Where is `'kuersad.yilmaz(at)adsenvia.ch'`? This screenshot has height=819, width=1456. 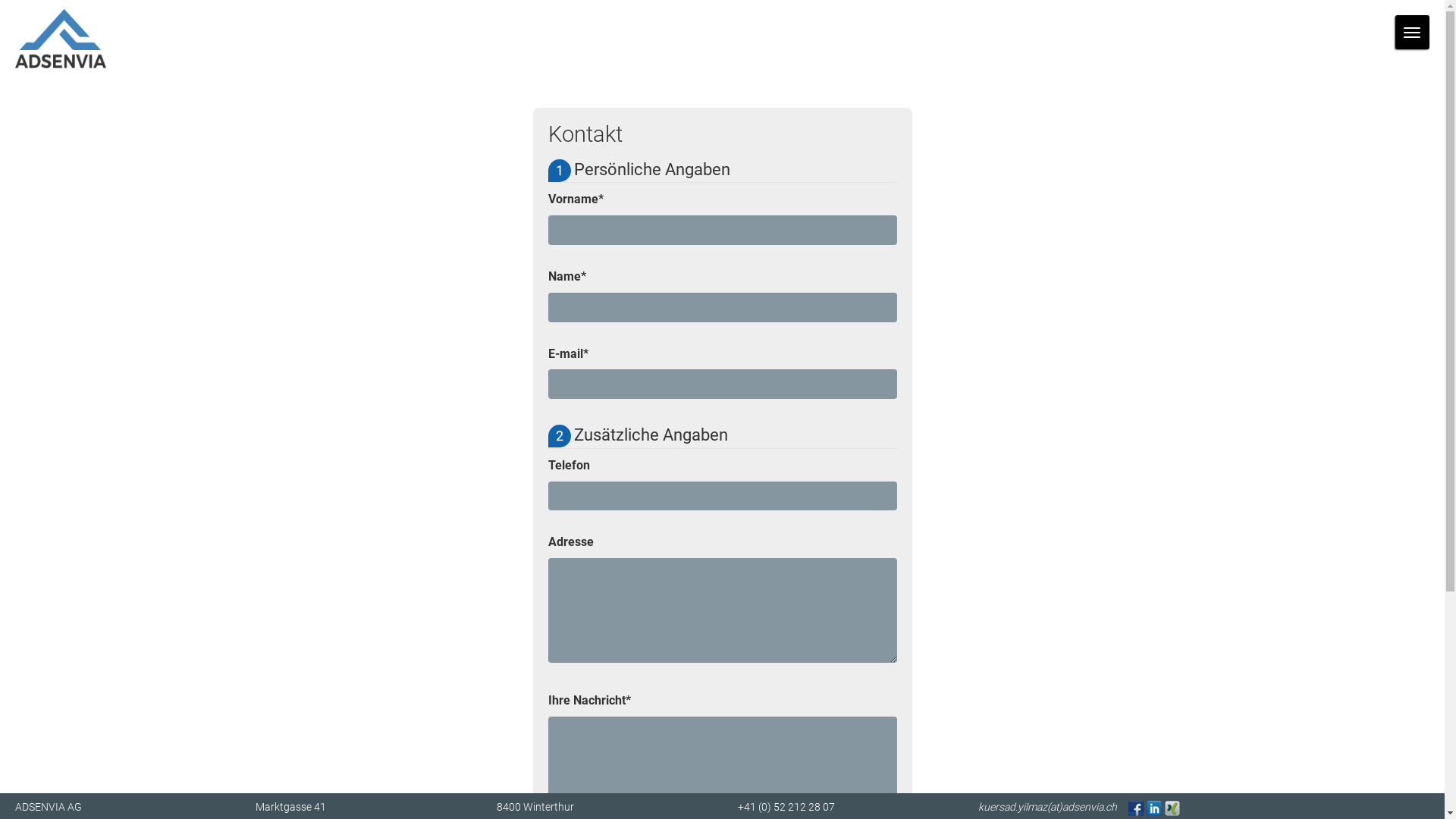
'kuersad.yilmaz(at)adsenvia.ch' is located at coordinates (1046, 806).